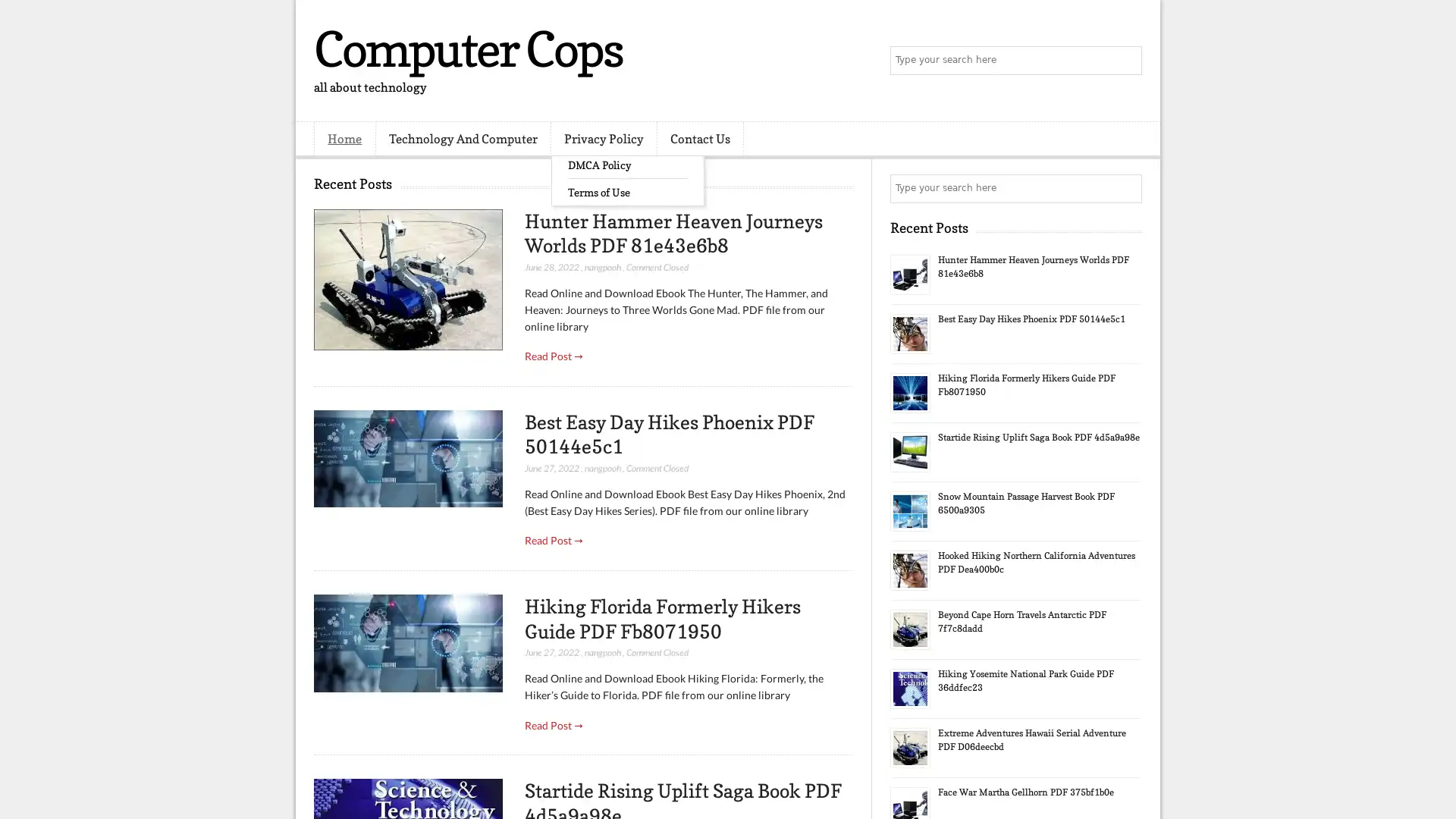 The width and height of the screenshot is (1456, 819). Describe the element at coordinates (1126, 61) in the screenshot. I see `Search` at that location.